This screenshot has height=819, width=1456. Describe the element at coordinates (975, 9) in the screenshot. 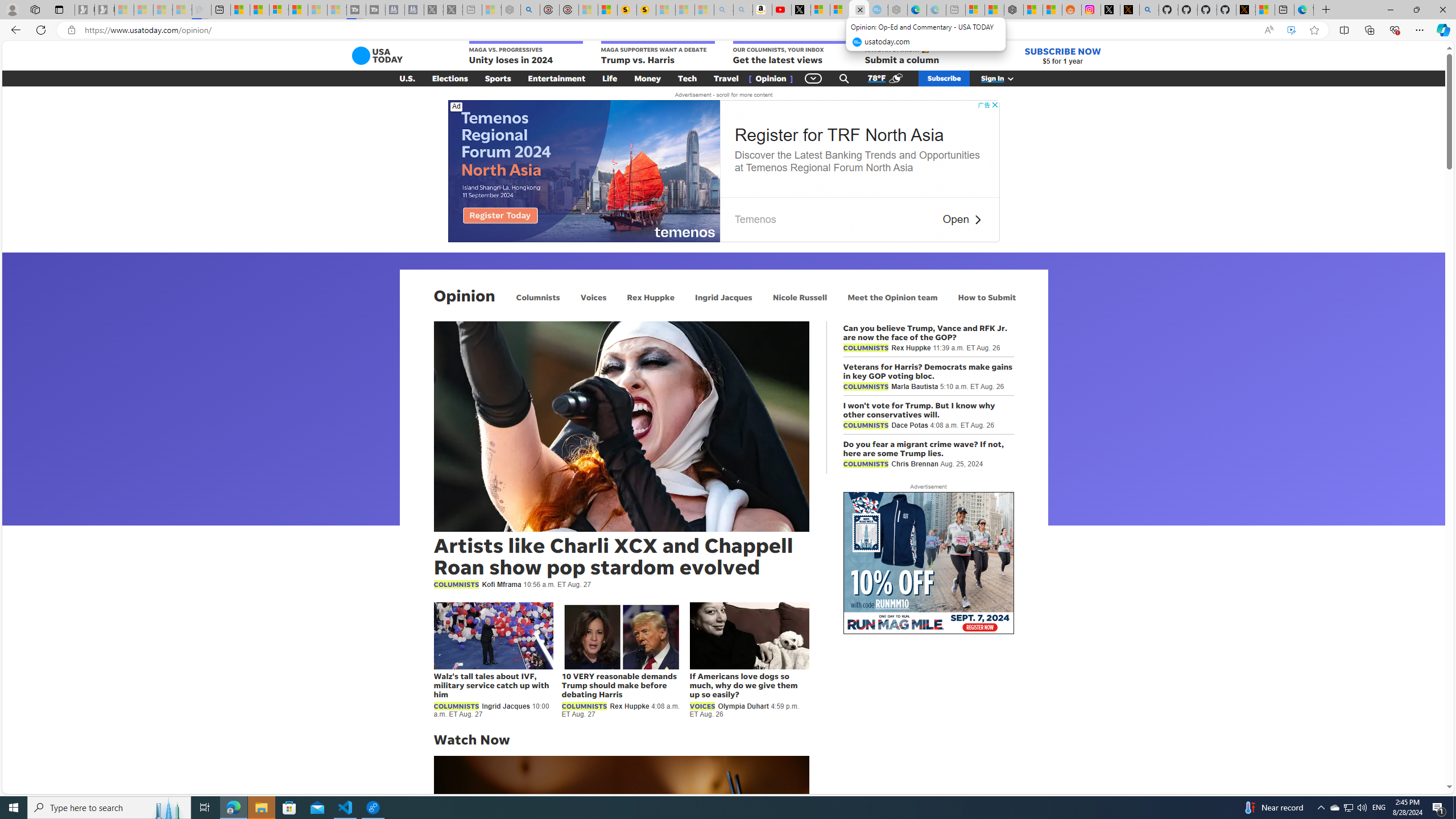

I see `'Microsoft account | Microsoft Account Privacy Settings'` at that location.